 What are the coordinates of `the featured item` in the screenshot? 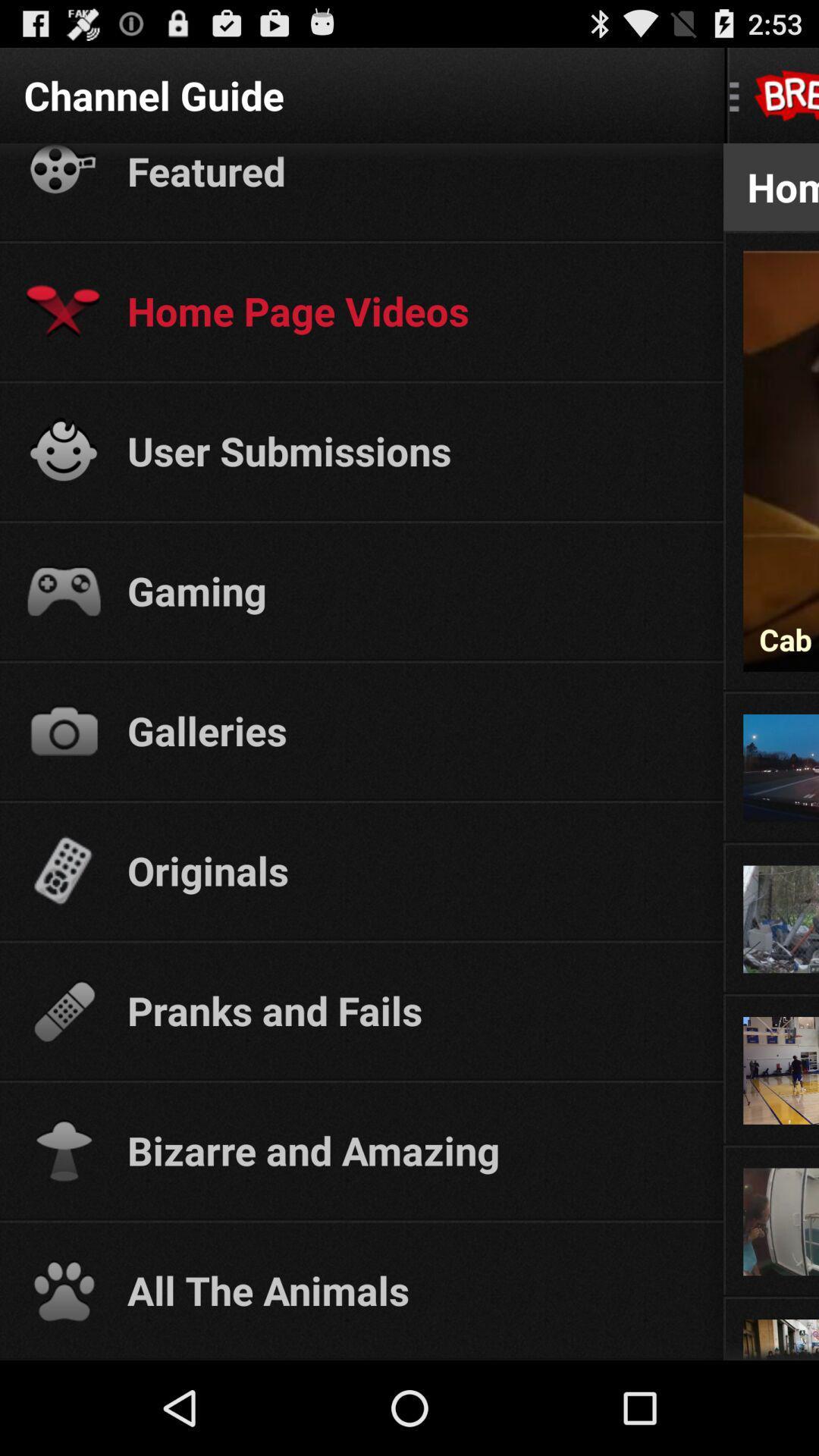 It's located at (411, 171).